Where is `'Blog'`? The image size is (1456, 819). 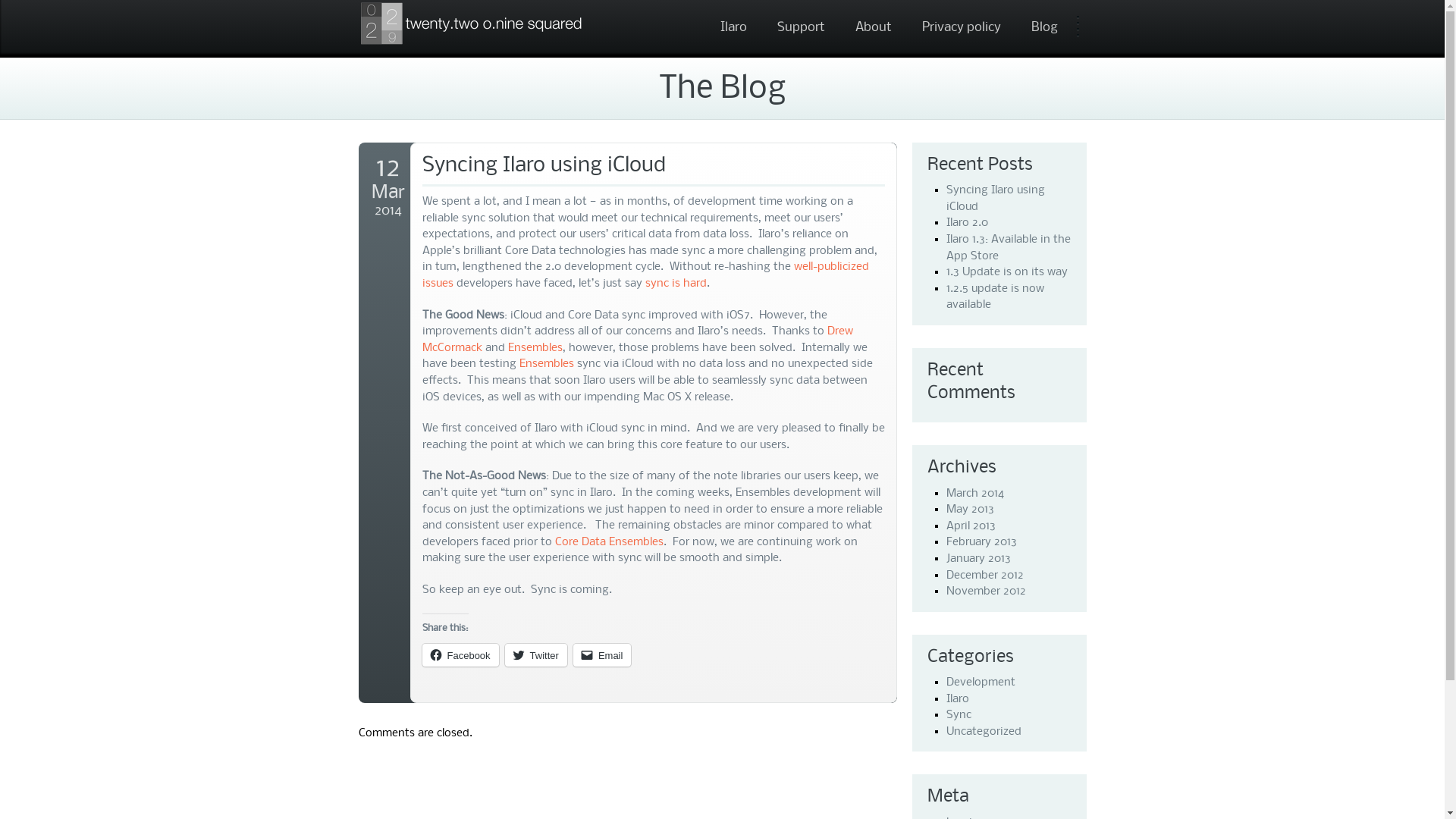
'Blog' is located at coordinates (1043, 27).